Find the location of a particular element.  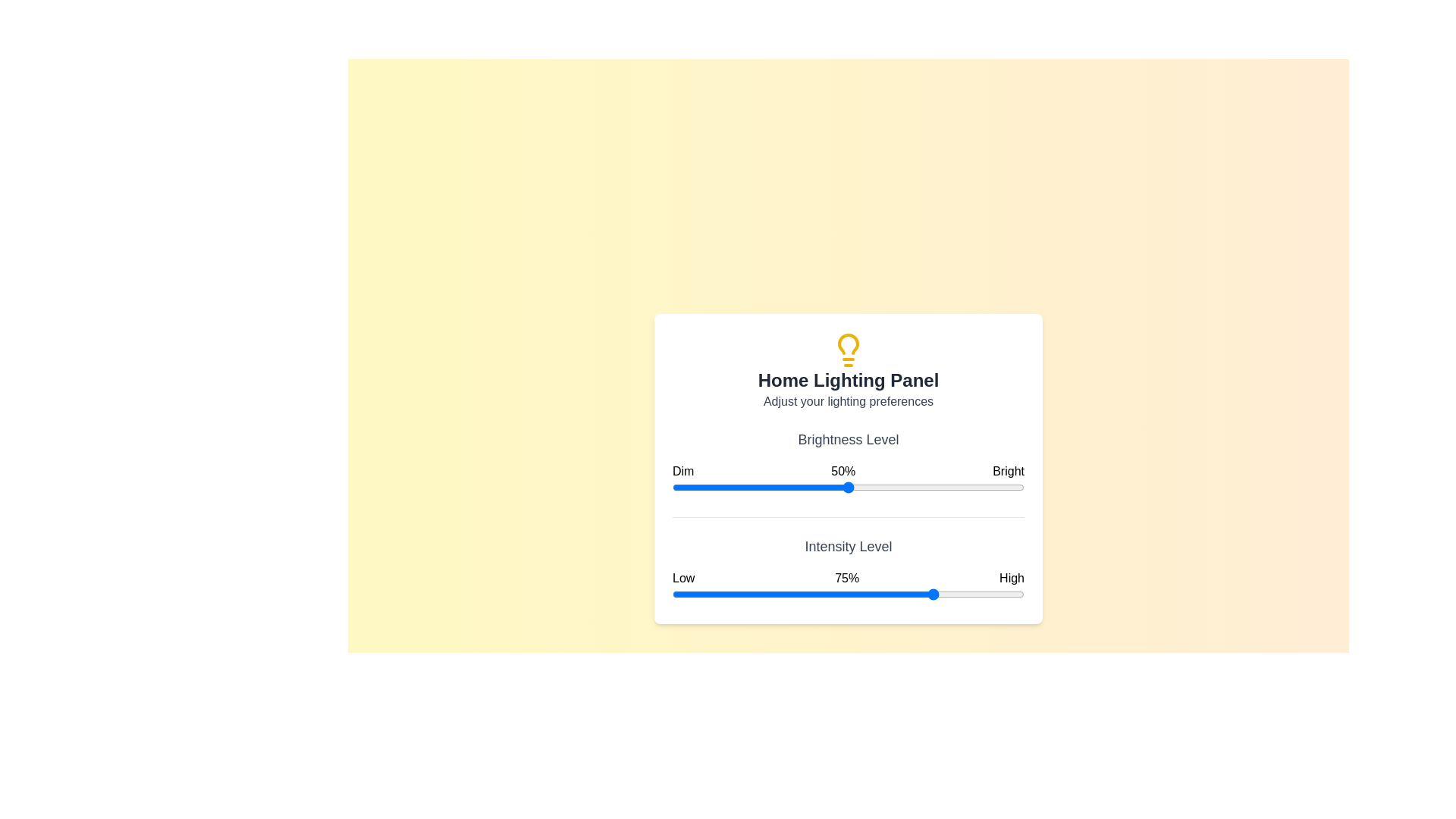

keyboard navigation is located at coordinates (847, 593).